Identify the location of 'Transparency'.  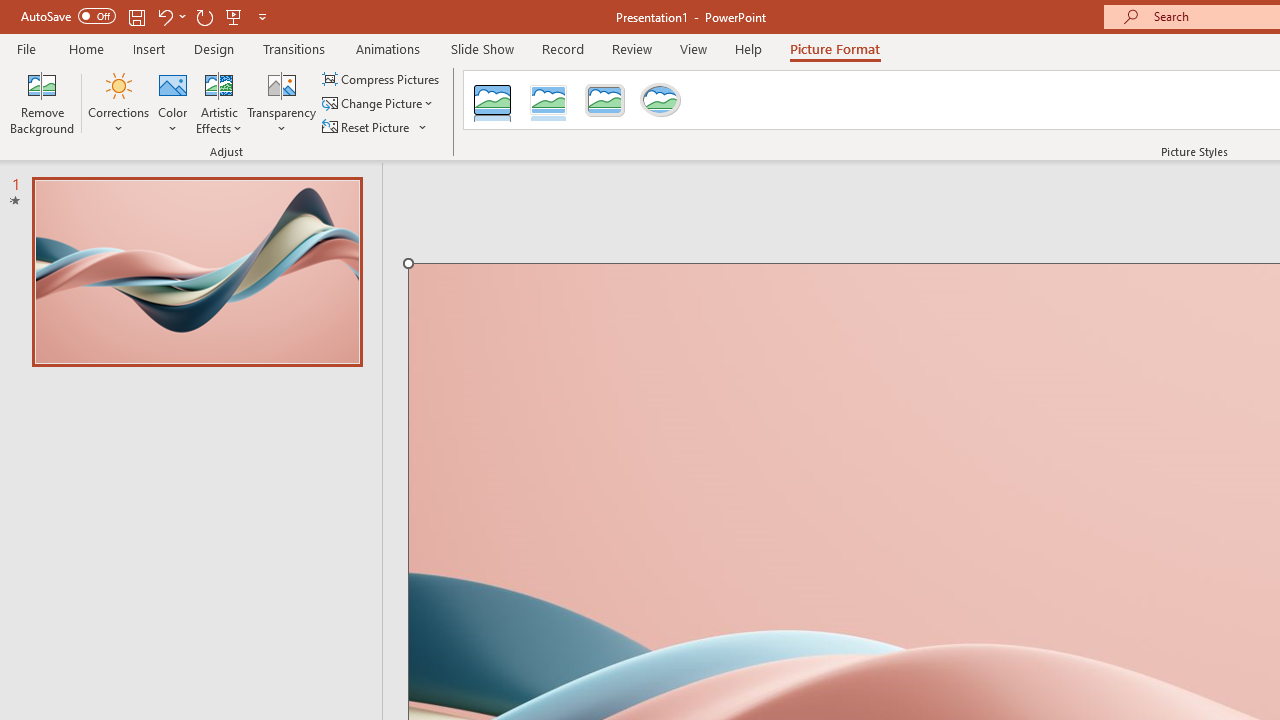
(280, 103).